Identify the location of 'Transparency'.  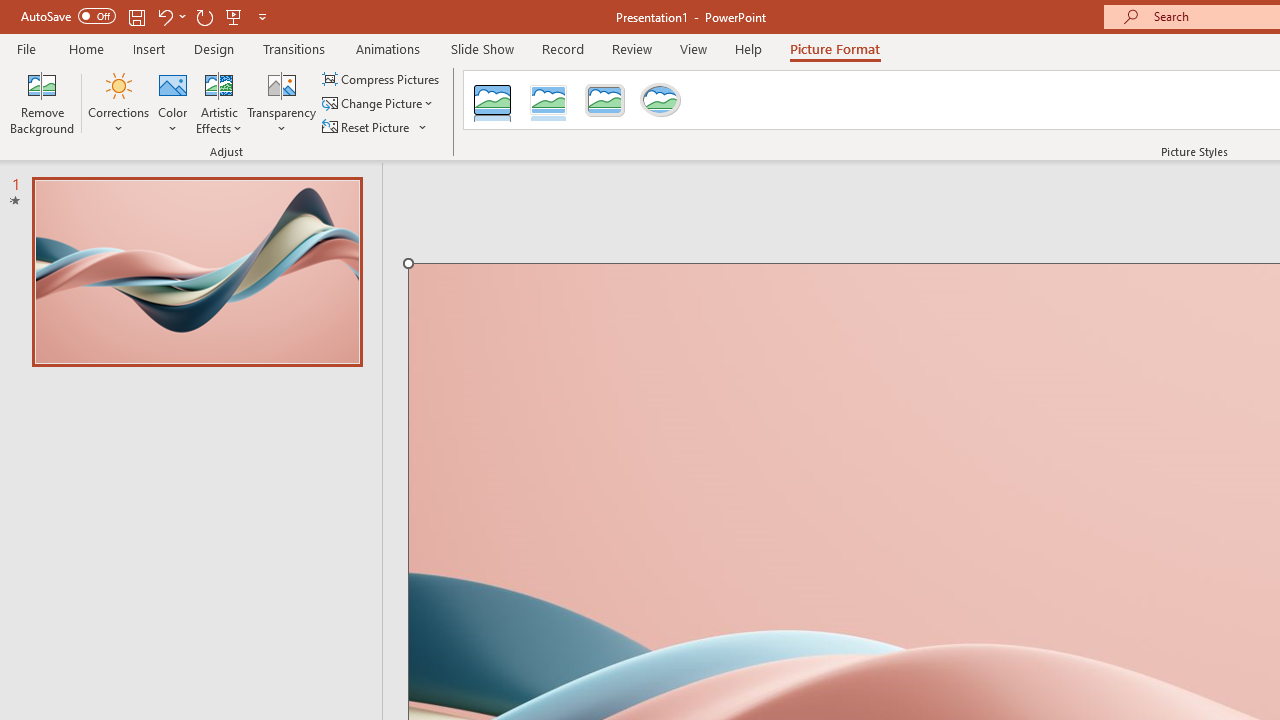
(280, 103).